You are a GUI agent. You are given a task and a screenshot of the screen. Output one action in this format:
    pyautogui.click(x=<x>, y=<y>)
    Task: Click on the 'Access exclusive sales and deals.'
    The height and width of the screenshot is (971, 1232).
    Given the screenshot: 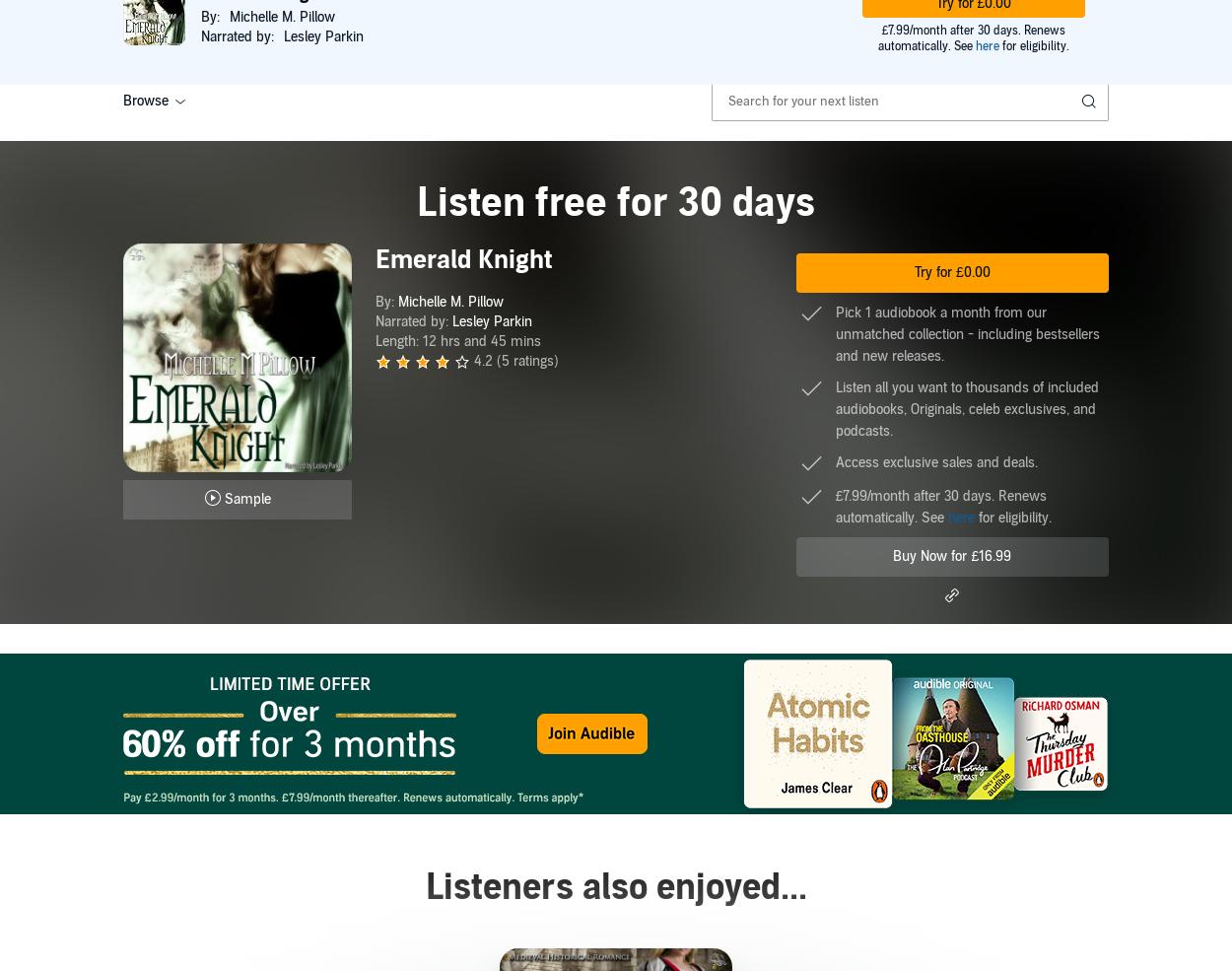 What is the action you would take?
    pyautogui.click(x=934, y=461)
    